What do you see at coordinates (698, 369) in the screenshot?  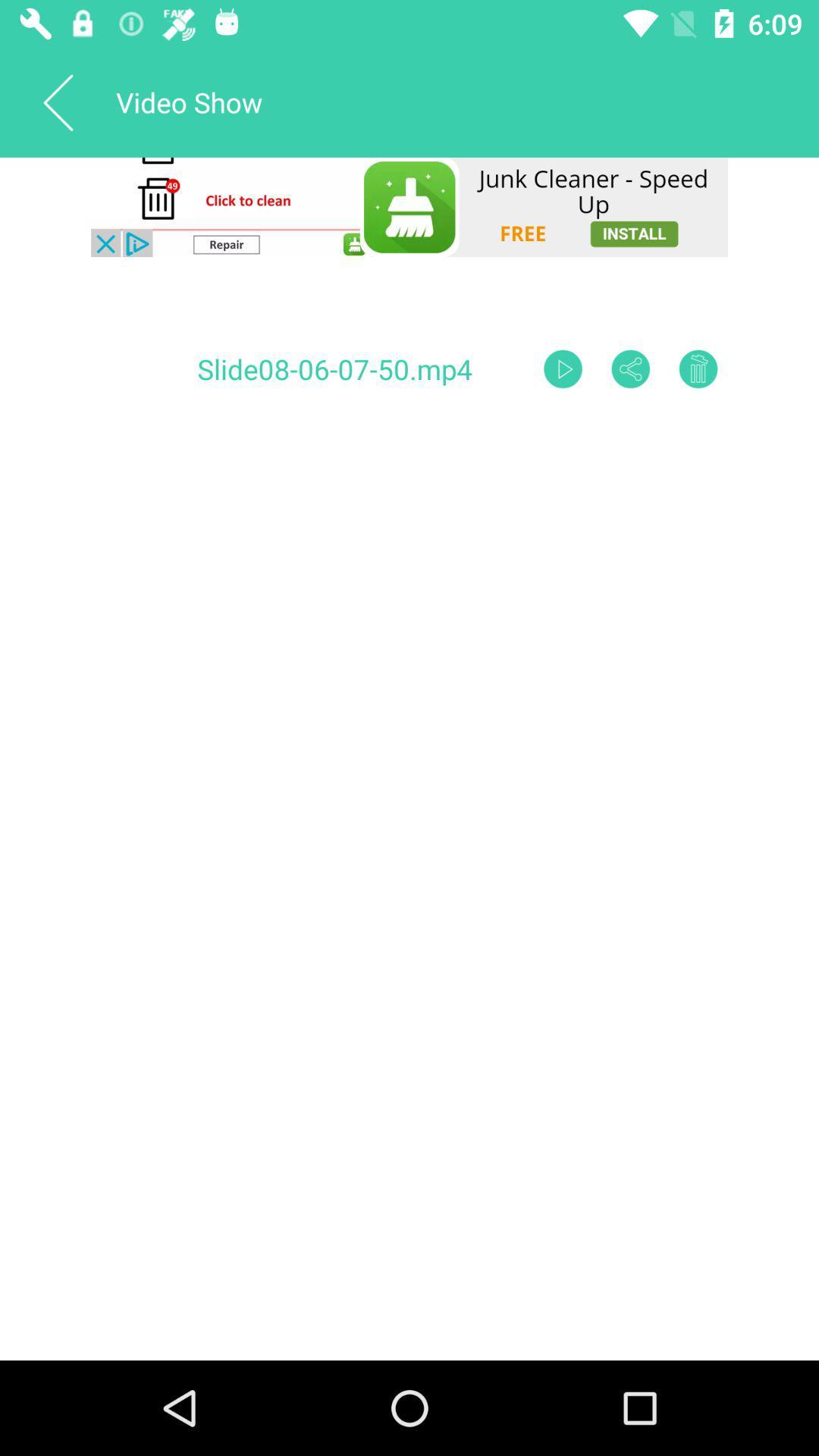 I see `delete file` at bounding box center [698, 369].